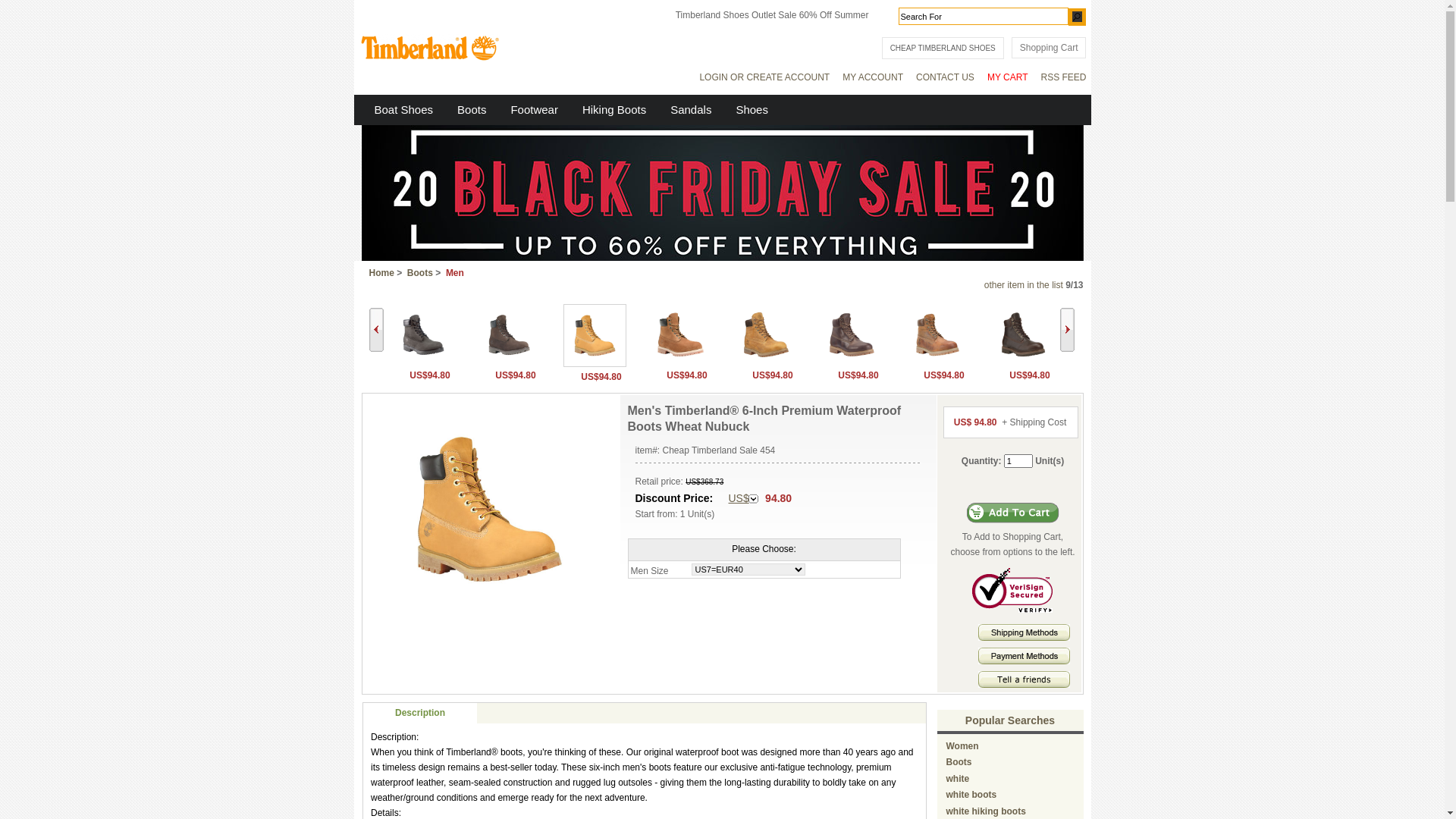 This screenshot has height=819, width=1456. Describe the element at coordinates (946, 745) in the screenshot. I see `'Women'` at that location.